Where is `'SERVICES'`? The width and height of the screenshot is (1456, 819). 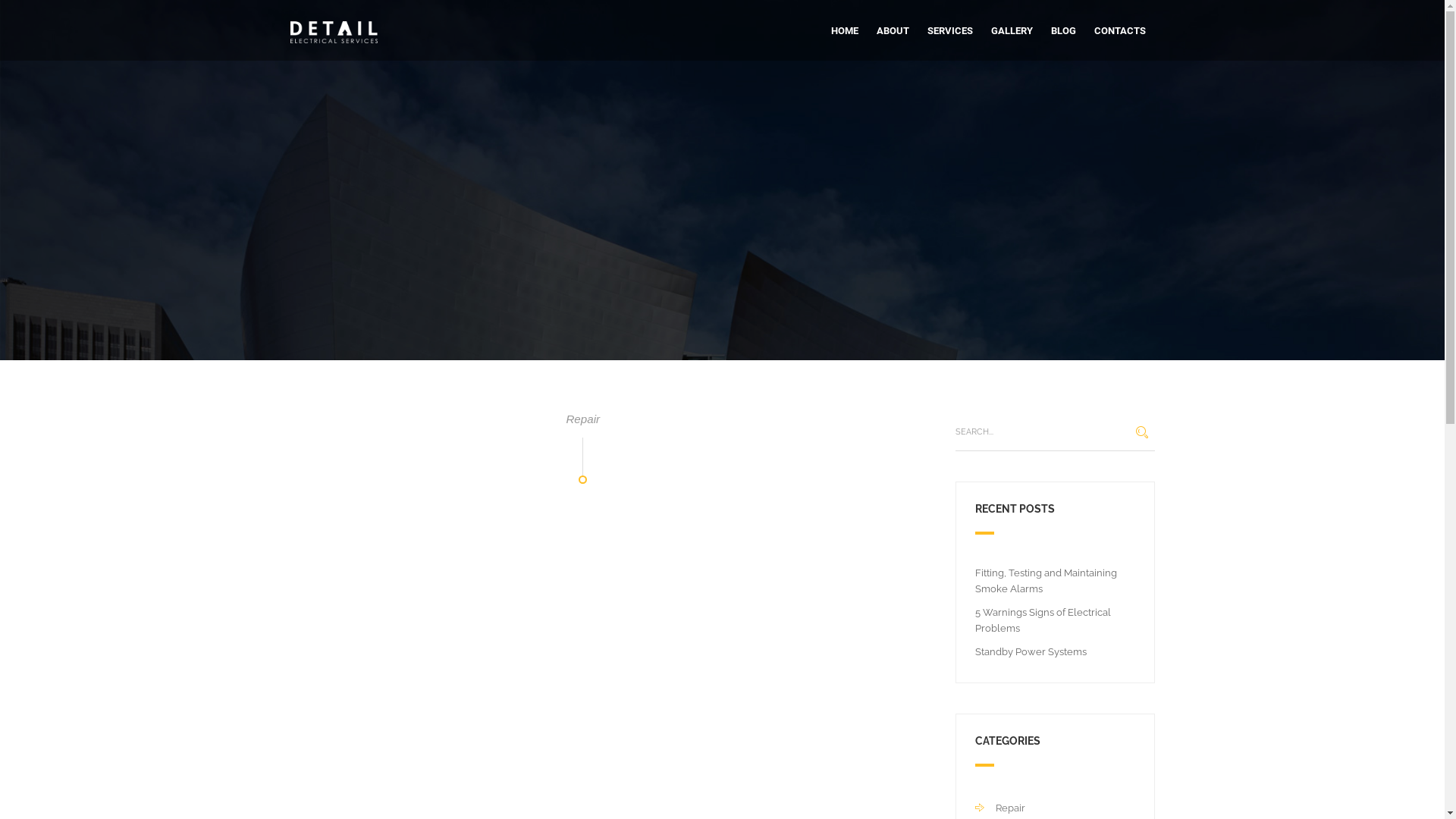
'SERVICES' is located at coordinates (949, 31).